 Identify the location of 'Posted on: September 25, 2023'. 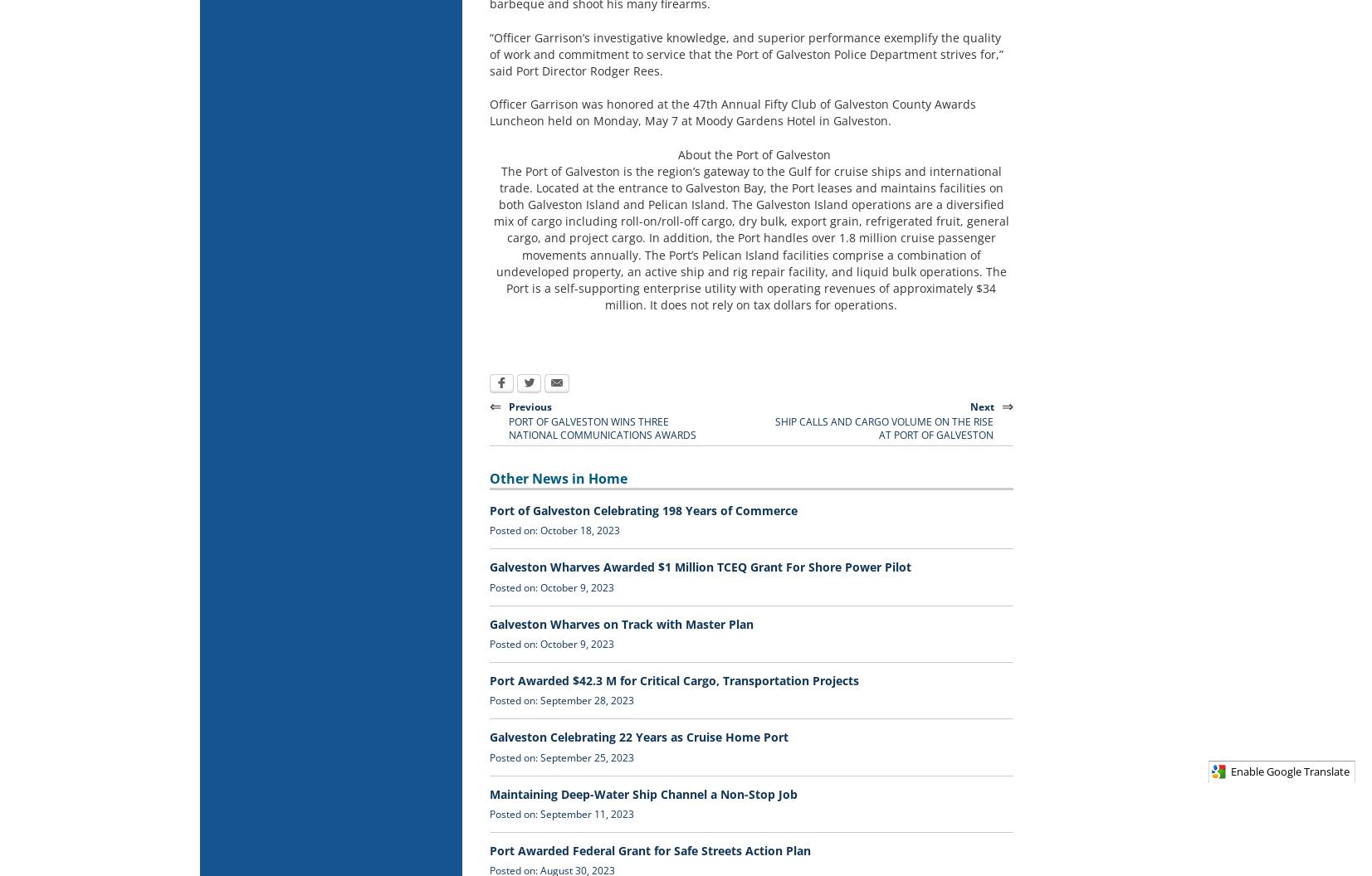
(561, 756).